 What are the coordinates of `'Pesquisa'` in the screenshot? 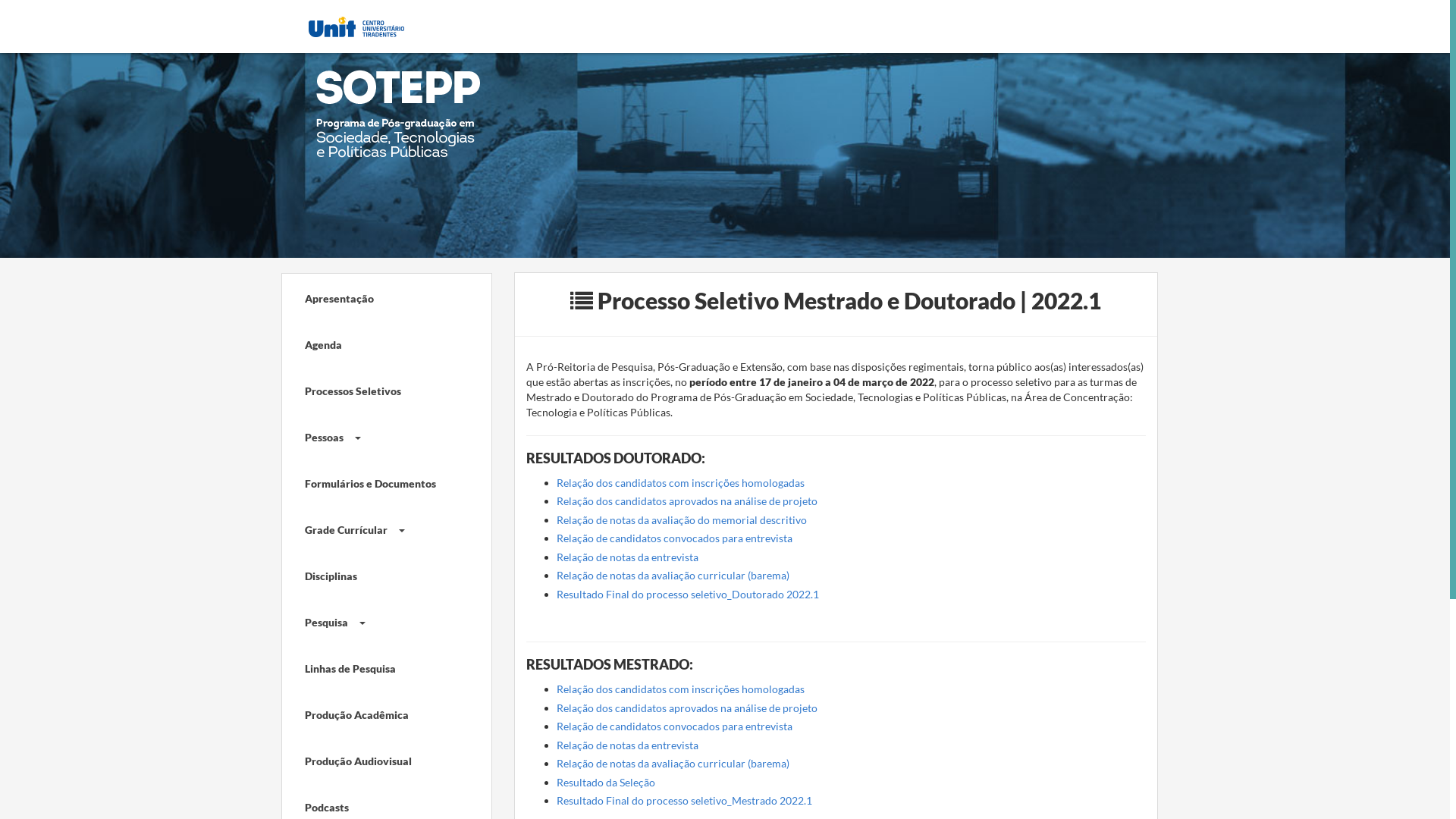 It's located at (374, 620).